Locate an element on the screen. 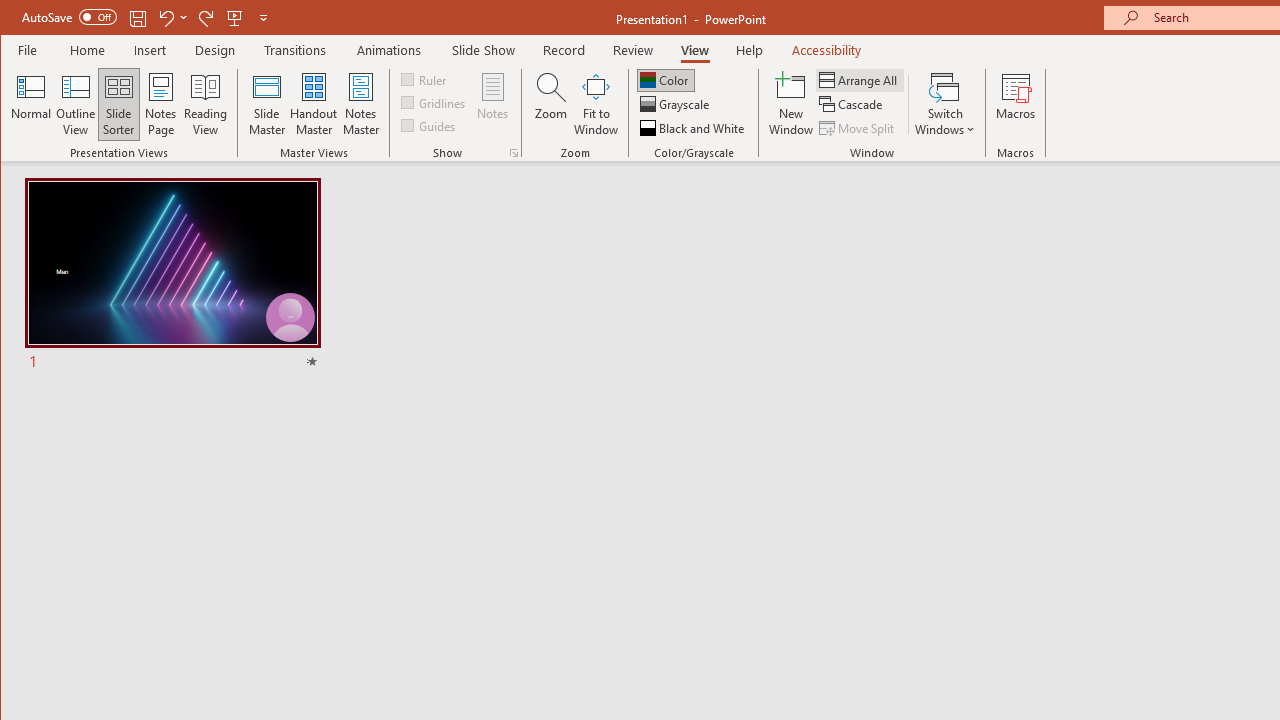  'Grayscale' is located at coordinates (676, 104).